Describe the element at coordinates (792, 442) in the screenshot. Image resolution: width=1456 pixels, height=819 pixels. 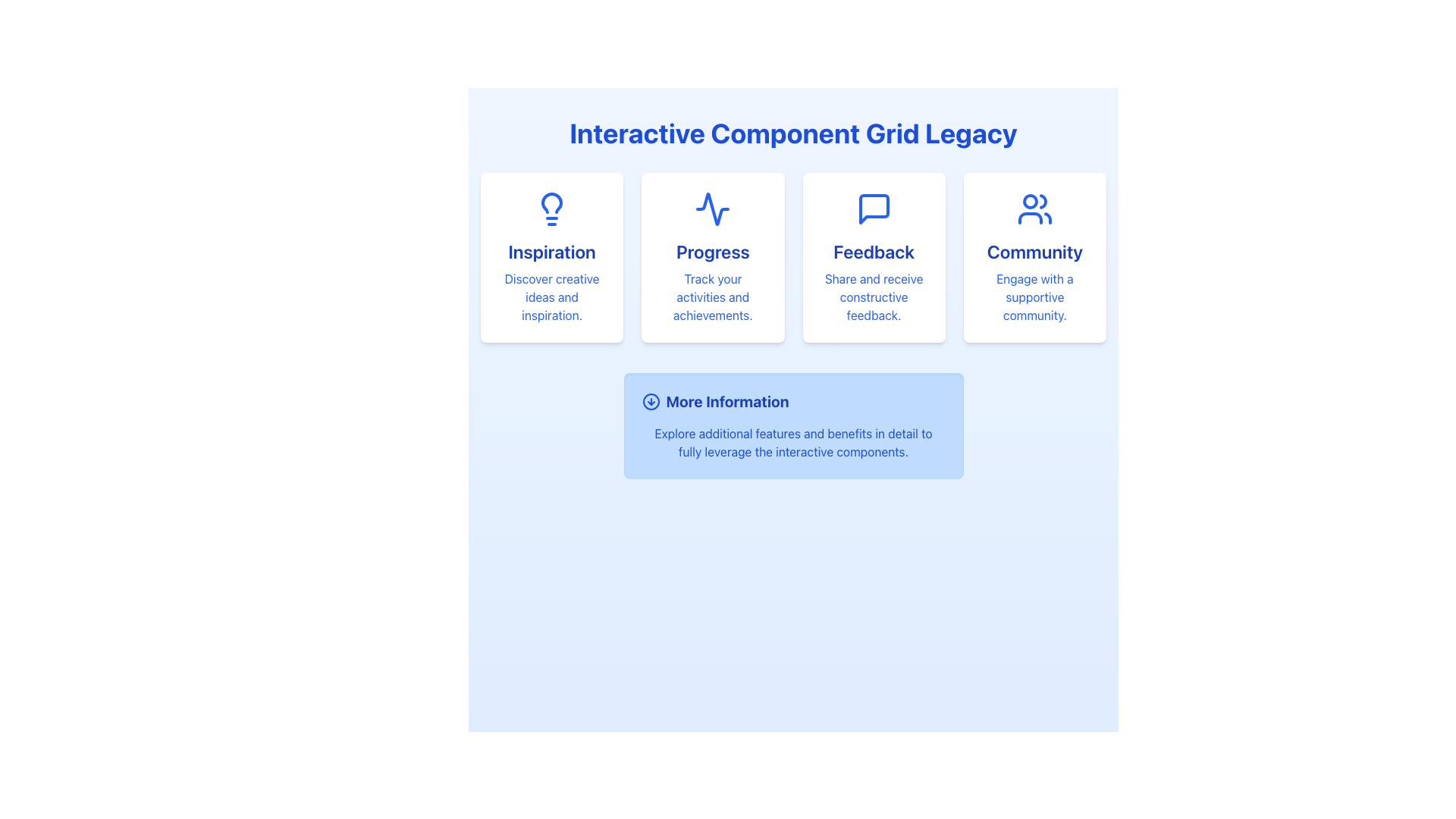
I see `the text element providing additional detailed context to the 'More Information' section, which is positioned below the bold 'More Information' heading and icon in a blue box` at that location.